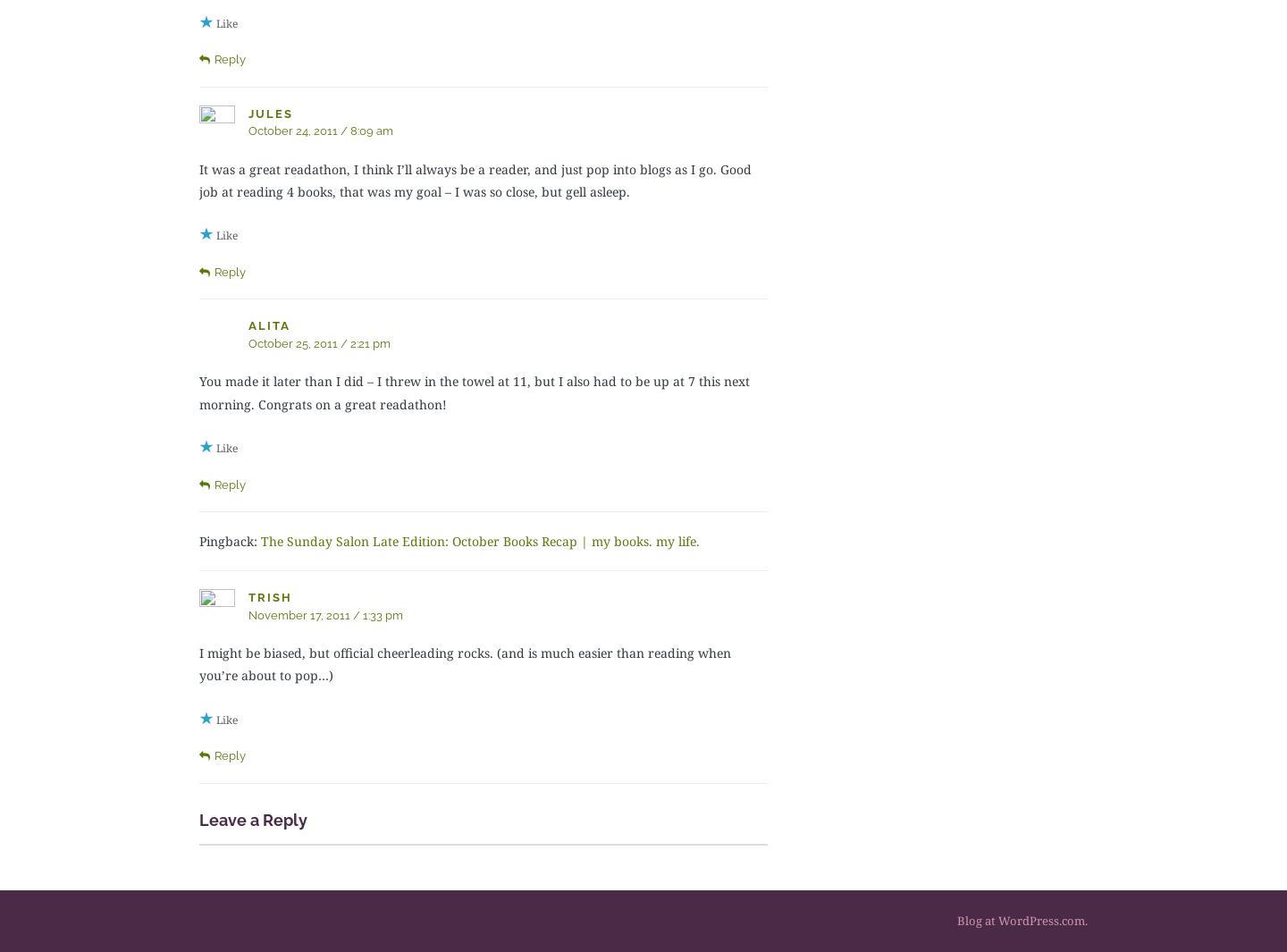 This screenshot has height=952, width=1287. Describe the element at coordinates (269, 324) in the screenshot. I see `'Alita'` at that location.